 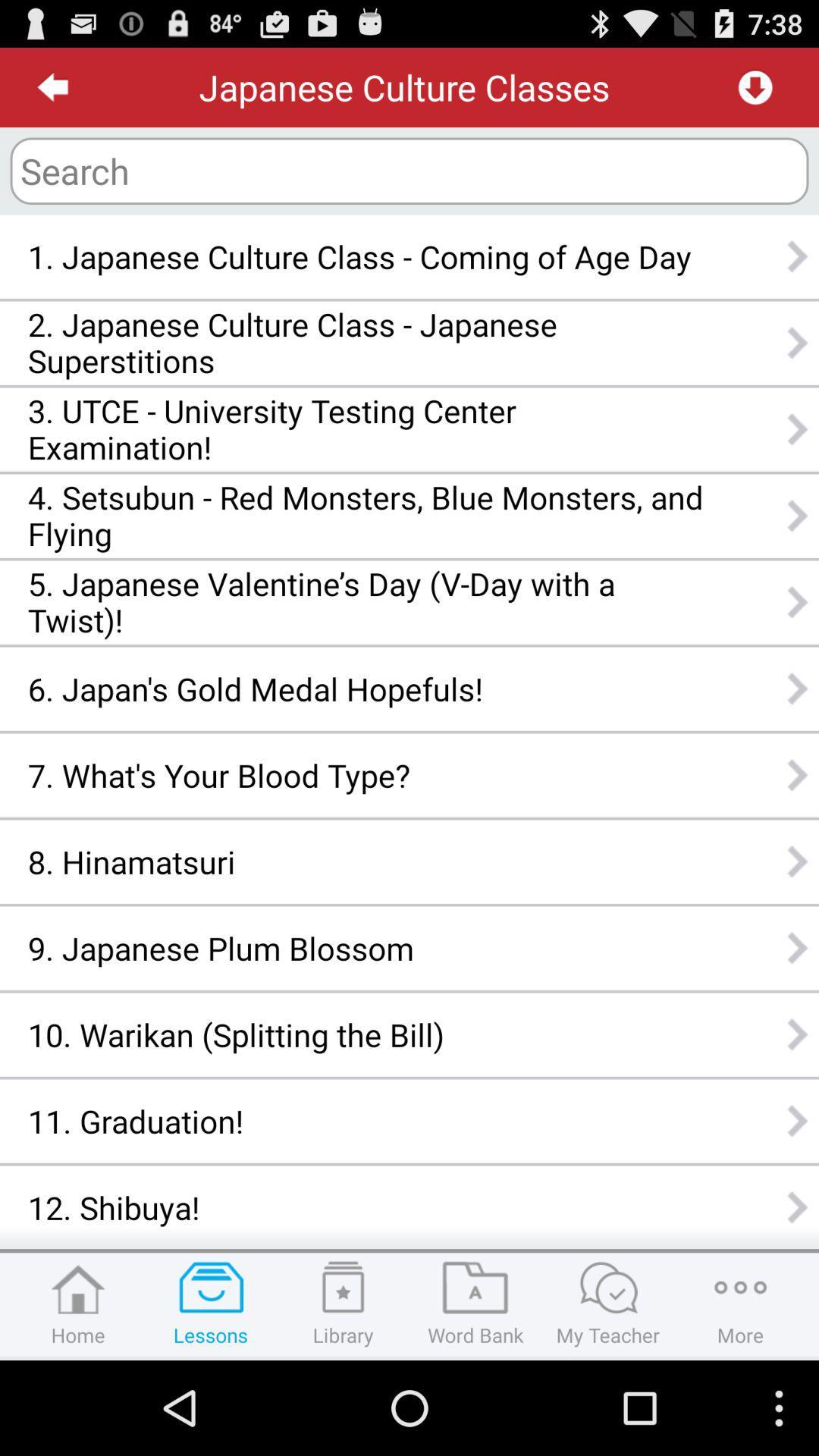 I want to click on the arrow_backward icon, so click(x=52, y=93).